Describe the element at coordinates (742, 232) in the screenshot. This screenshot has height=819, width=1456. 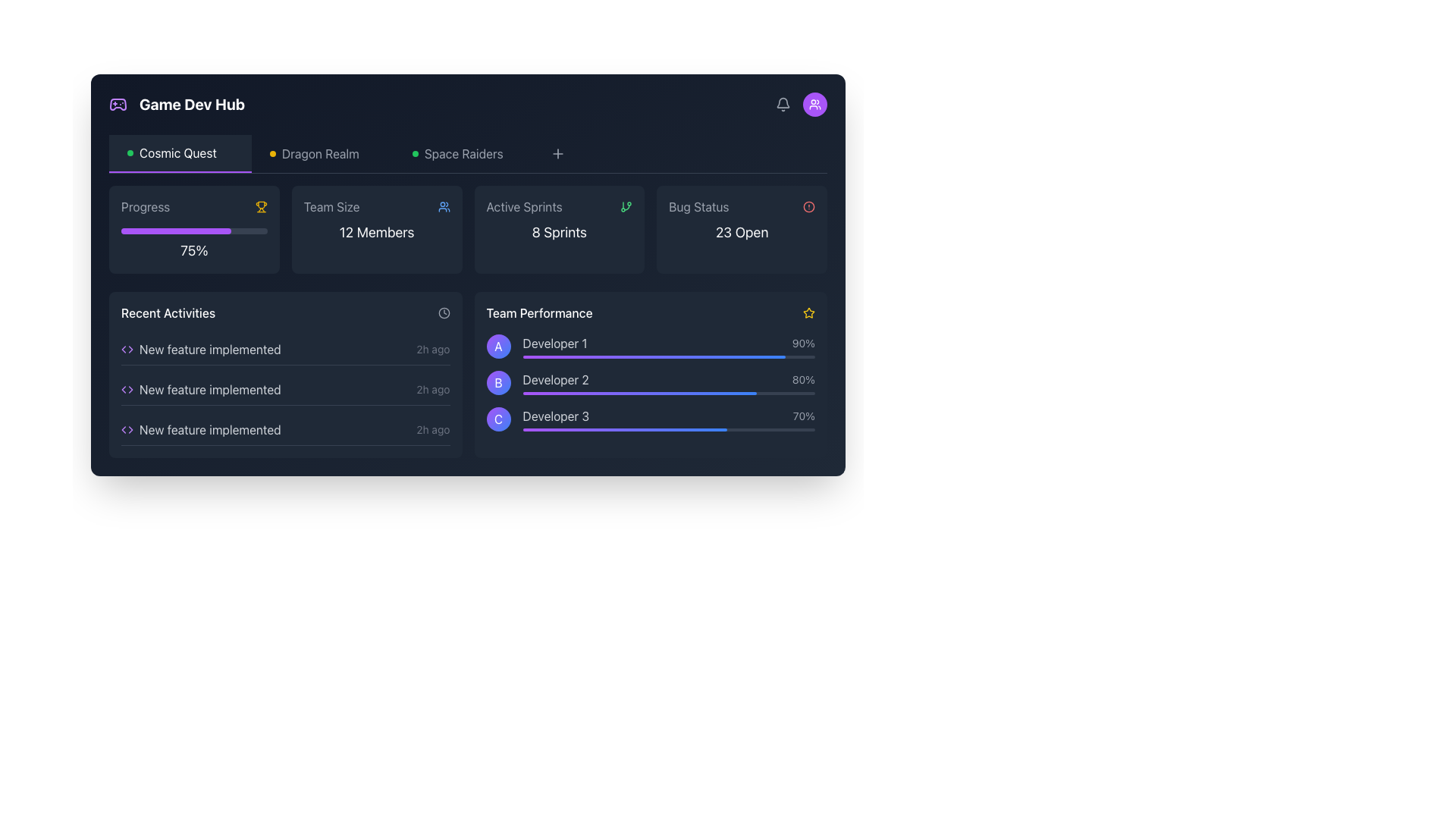
I see `the text label displaying '23 Open' in white text, which is located in the 'Bug Status' section at the top-right corner of the interface` at that location.